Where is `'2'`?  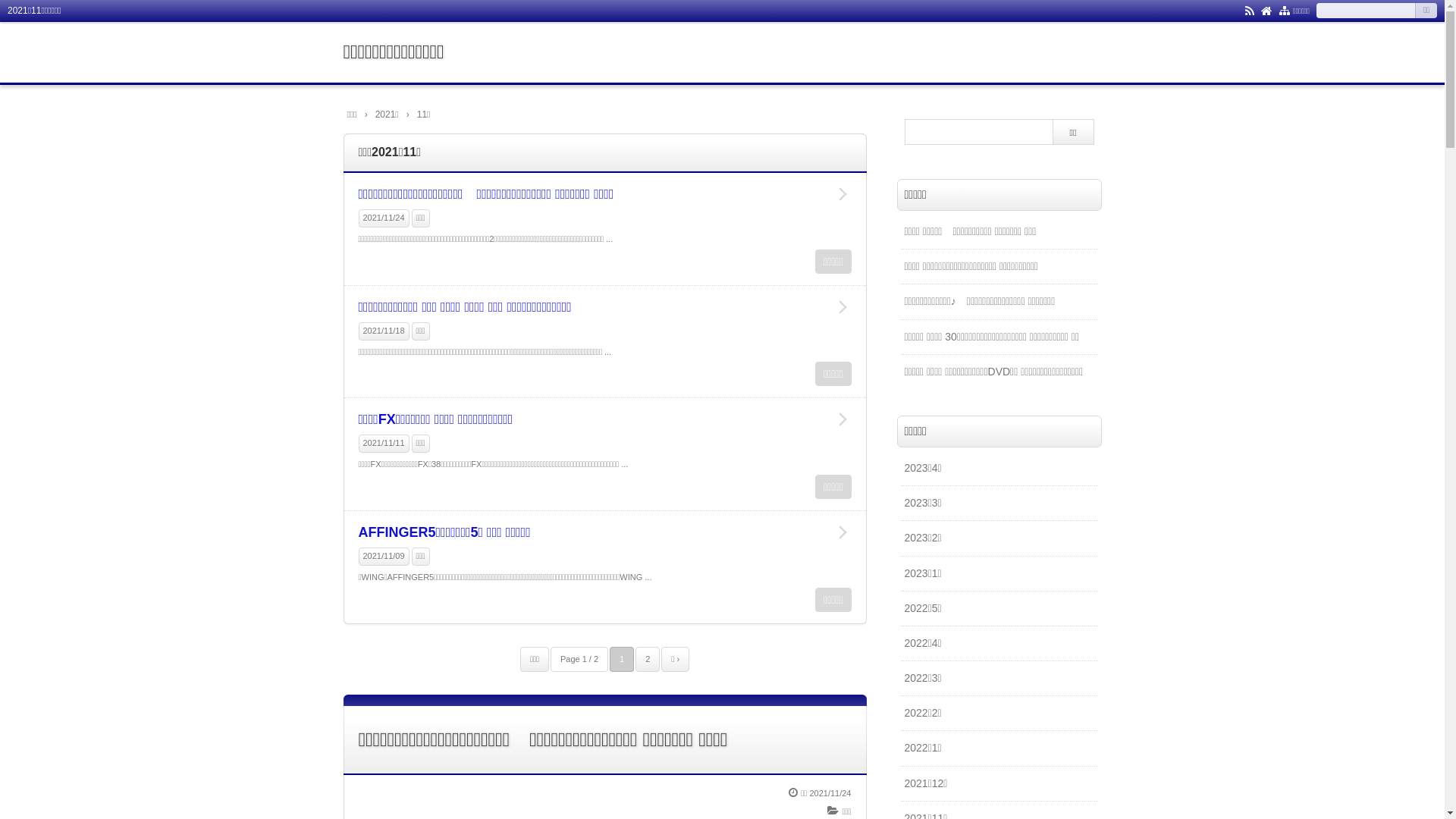
'2' is located at coordinates (648, 658).